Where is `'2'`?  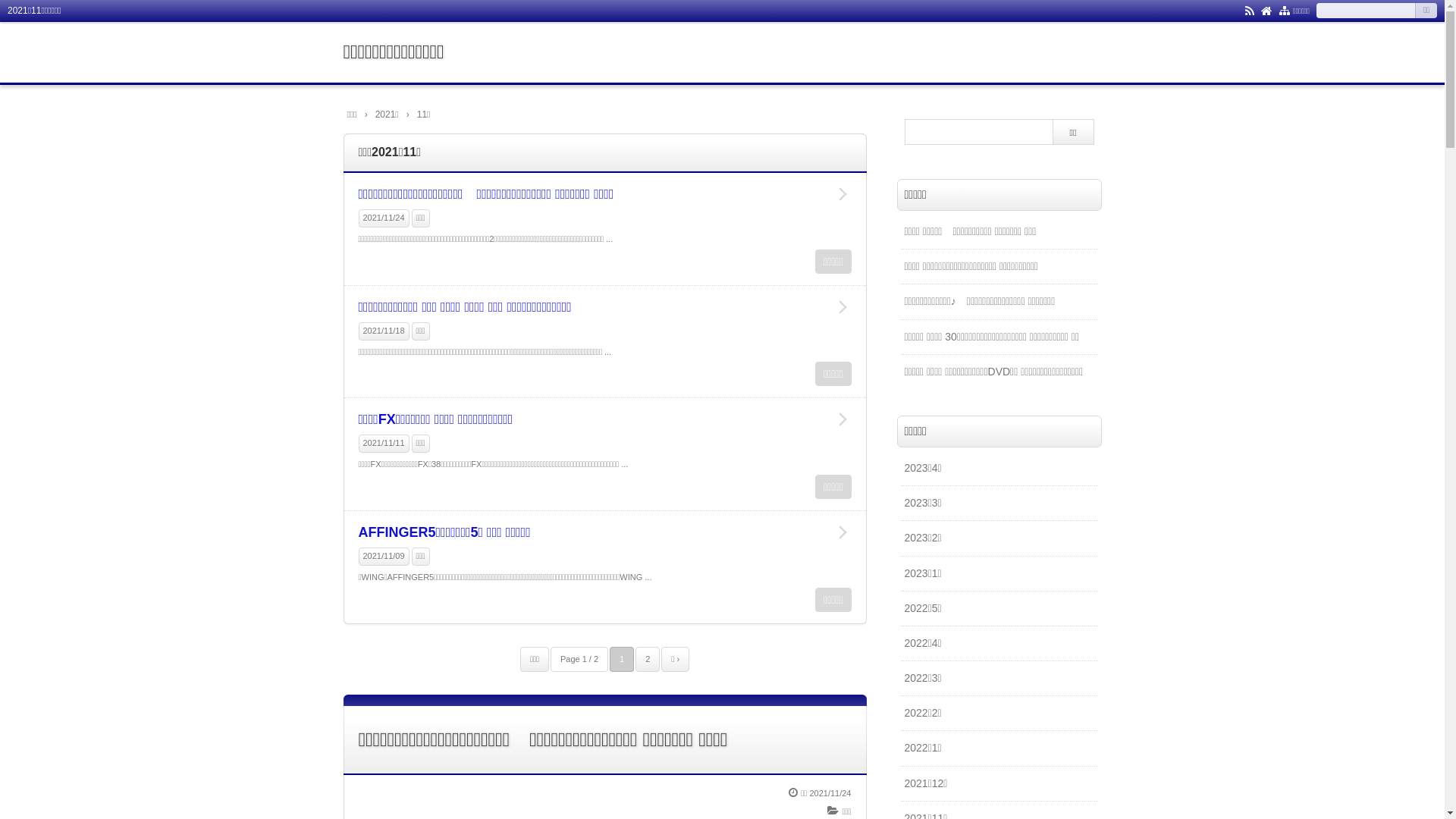
'2' is located at coordinates (648, 658).